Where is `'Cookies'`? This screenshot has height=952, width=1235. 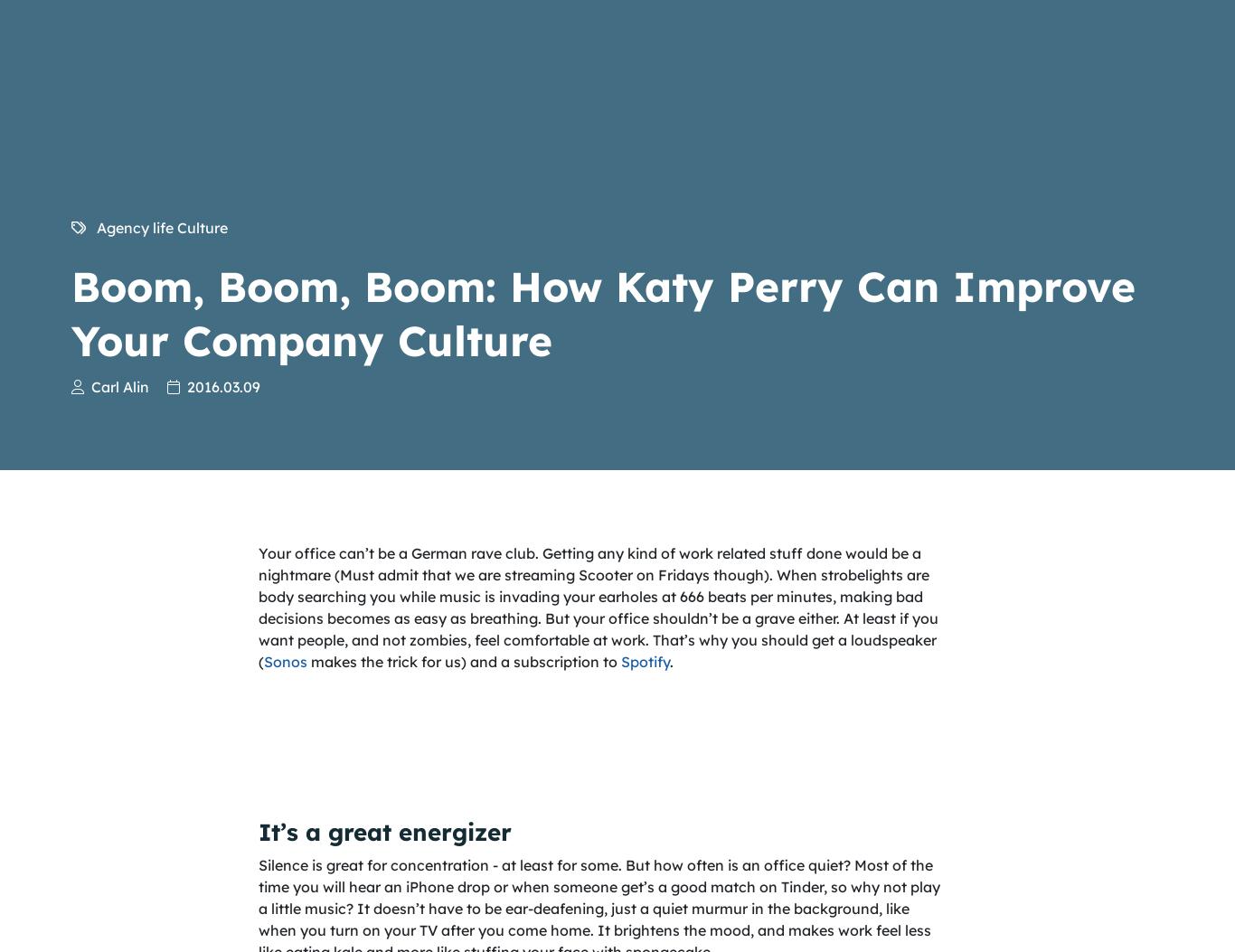
'Cookies' is located at coordinates (490, 148).